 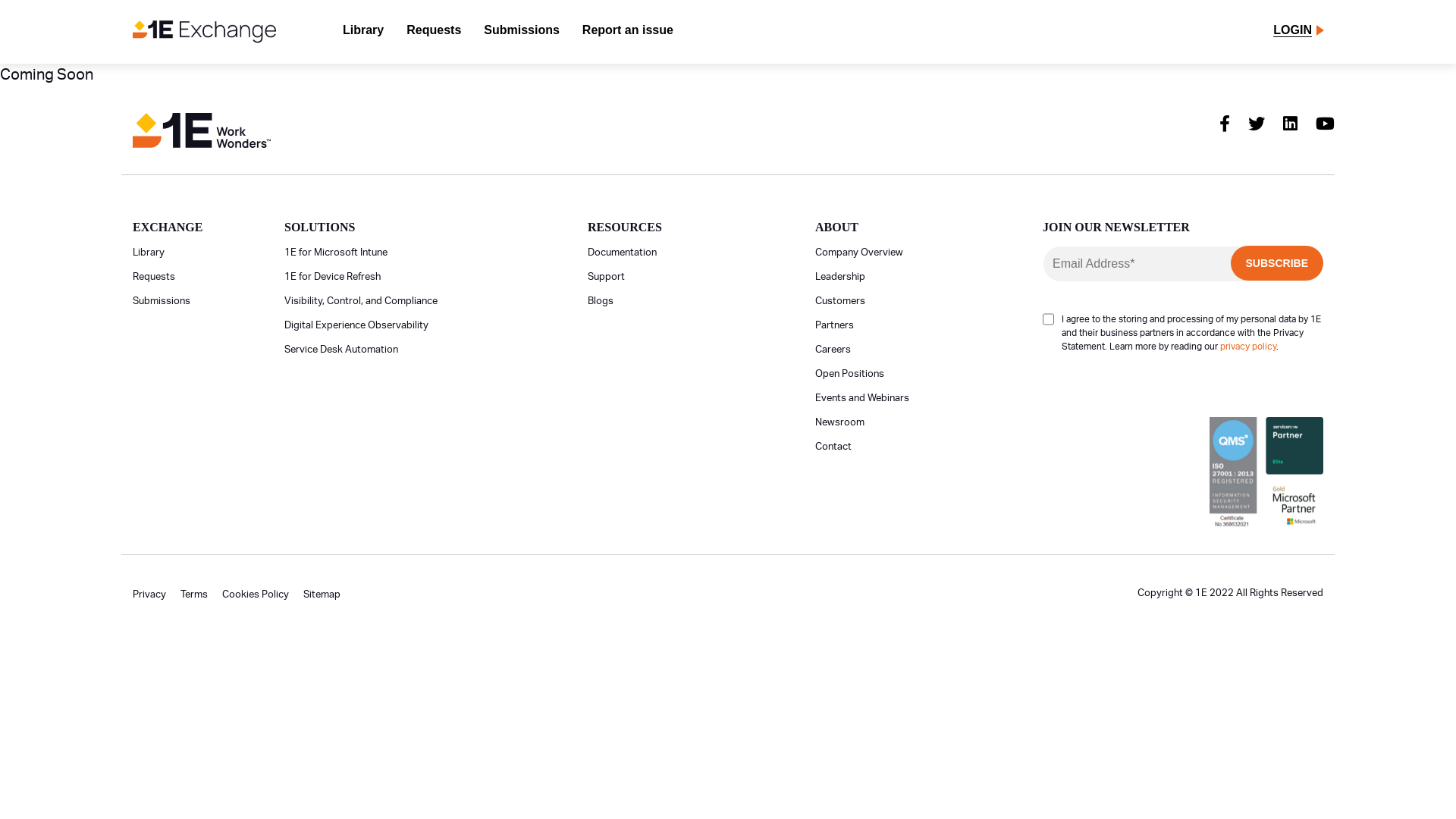 I want to click on 'Blogs', so click(x=586, y=301).